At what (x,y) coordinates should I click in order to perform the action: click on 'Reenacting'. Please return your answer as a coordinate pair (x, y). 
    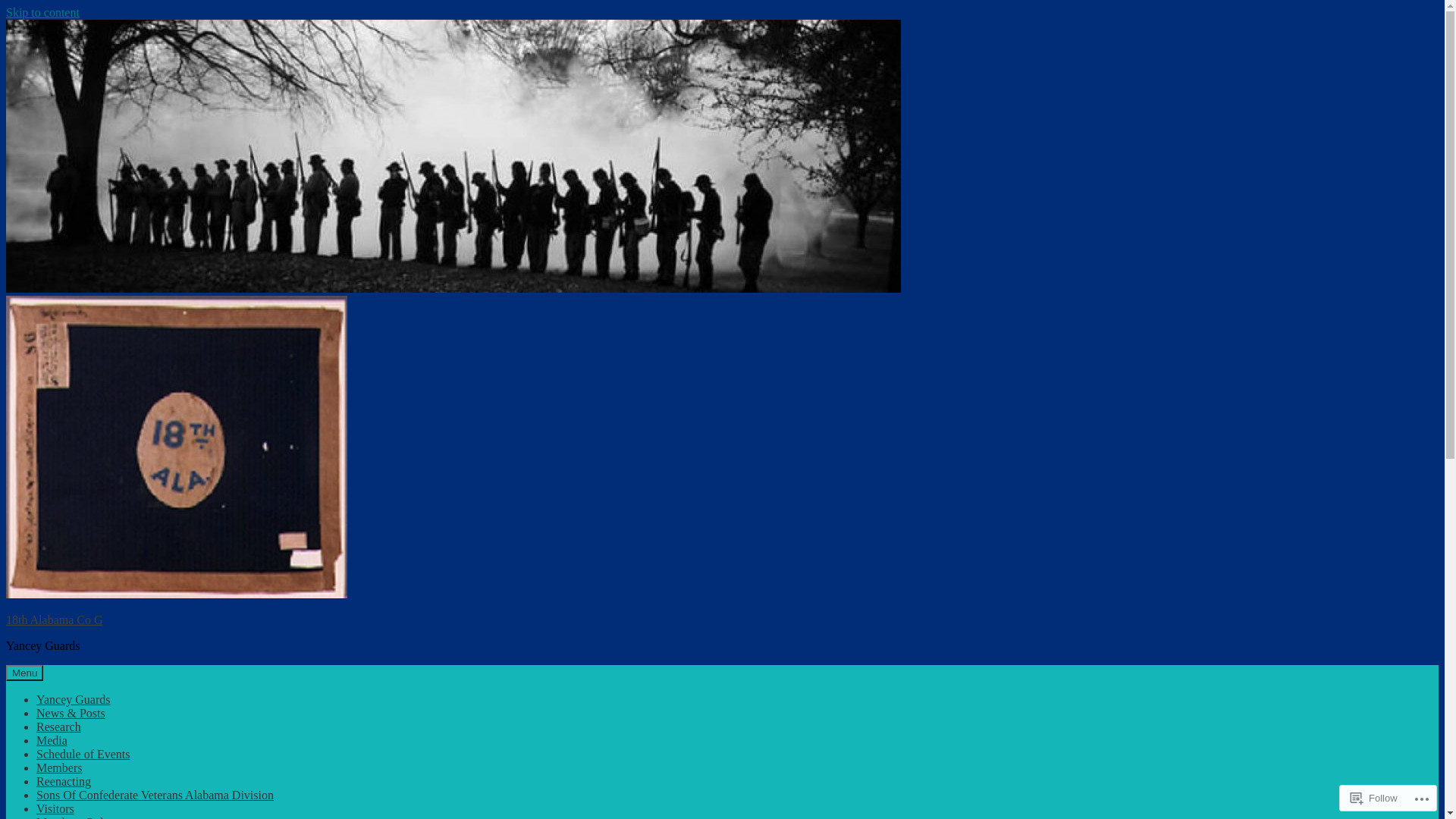
    Looking at the image, I should click on (36, 781).